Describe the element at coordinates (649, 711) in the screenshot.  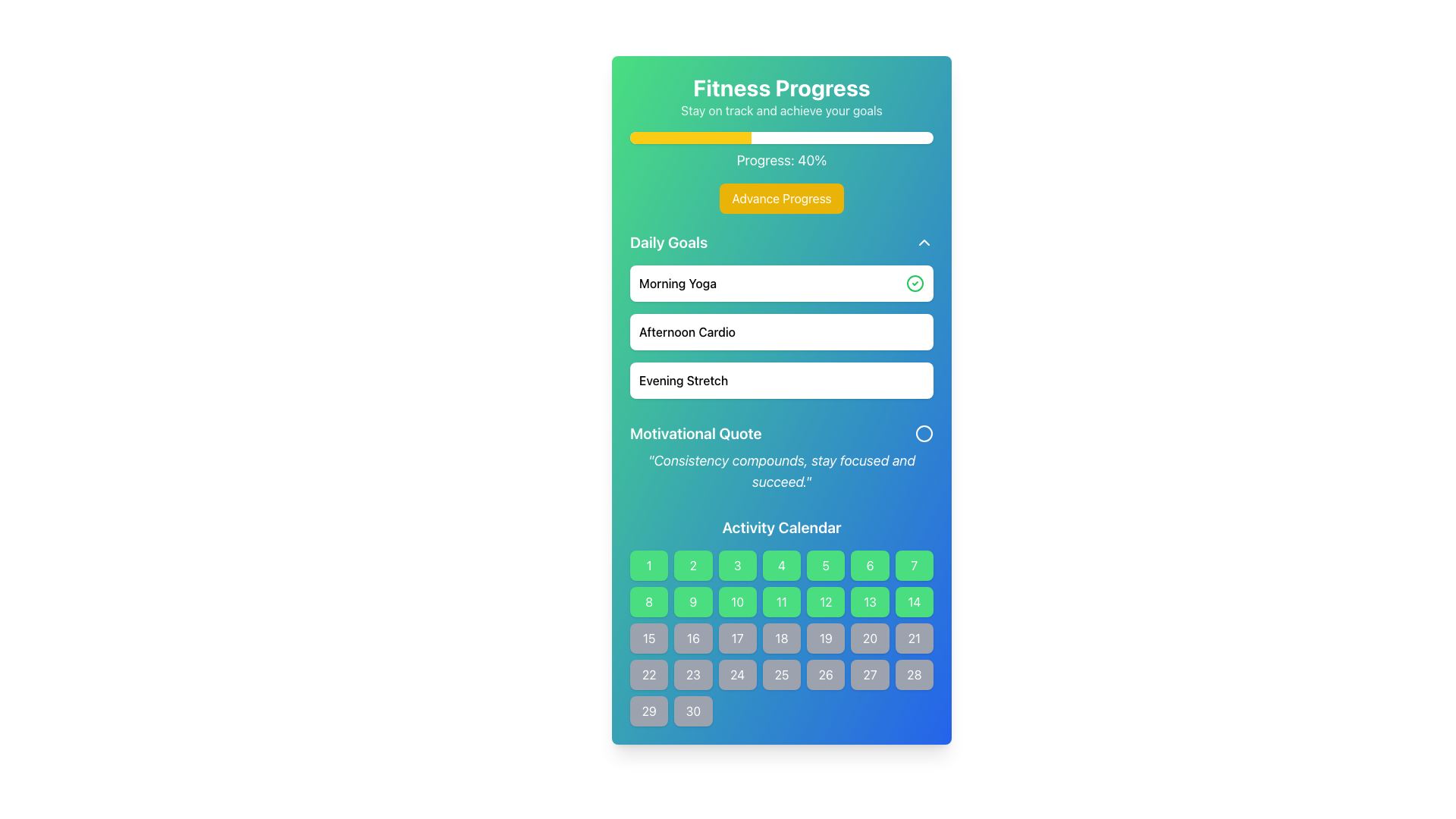
I see `the calendar button located in the 'Activity Calendar' section, which represents a specific day in the last column of the fifth row` at that location.